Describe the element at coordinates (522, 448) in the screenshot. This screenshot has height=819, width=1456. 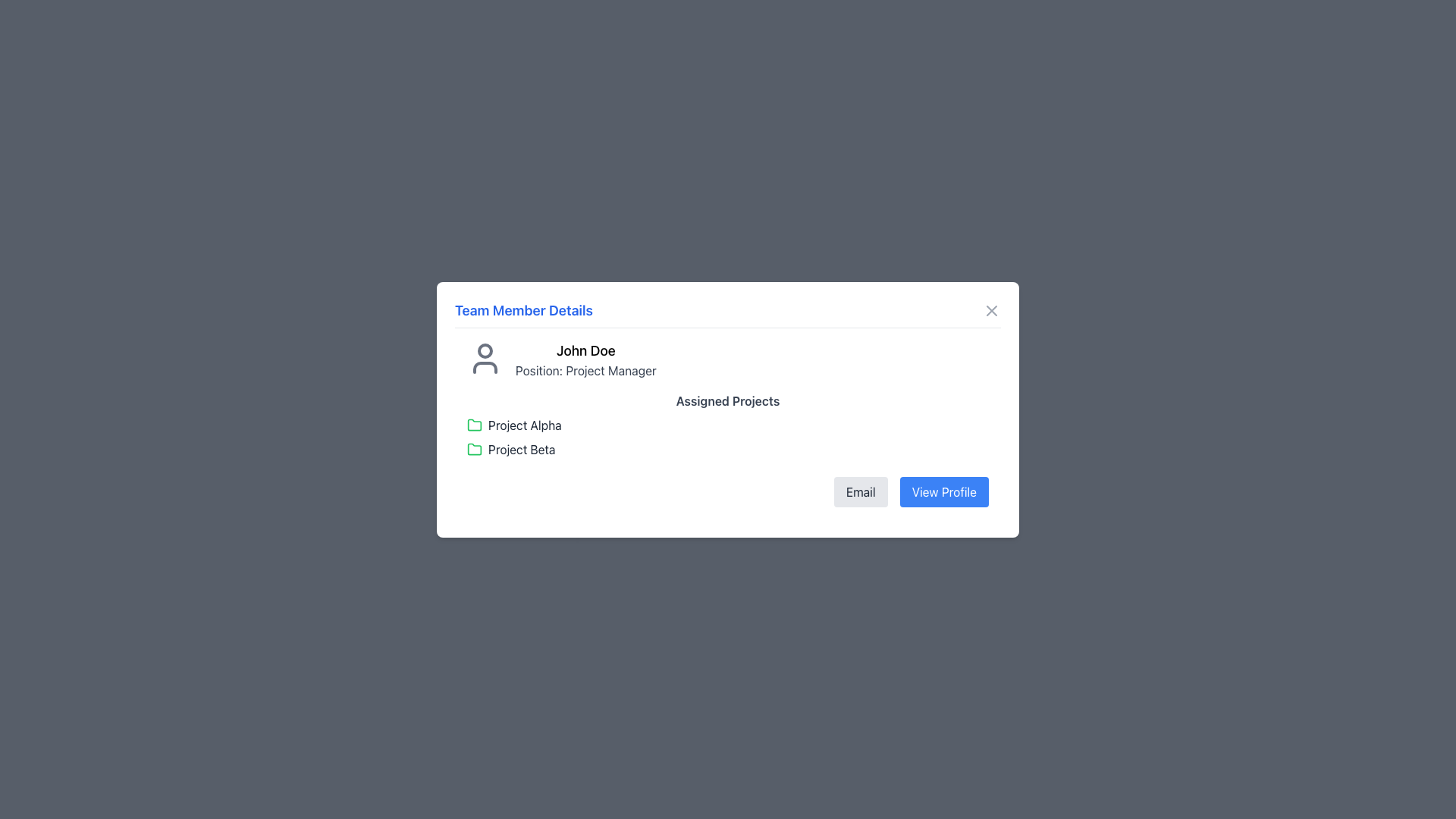
I see `the text label 'Project Beta' in dark gray color` at that location.